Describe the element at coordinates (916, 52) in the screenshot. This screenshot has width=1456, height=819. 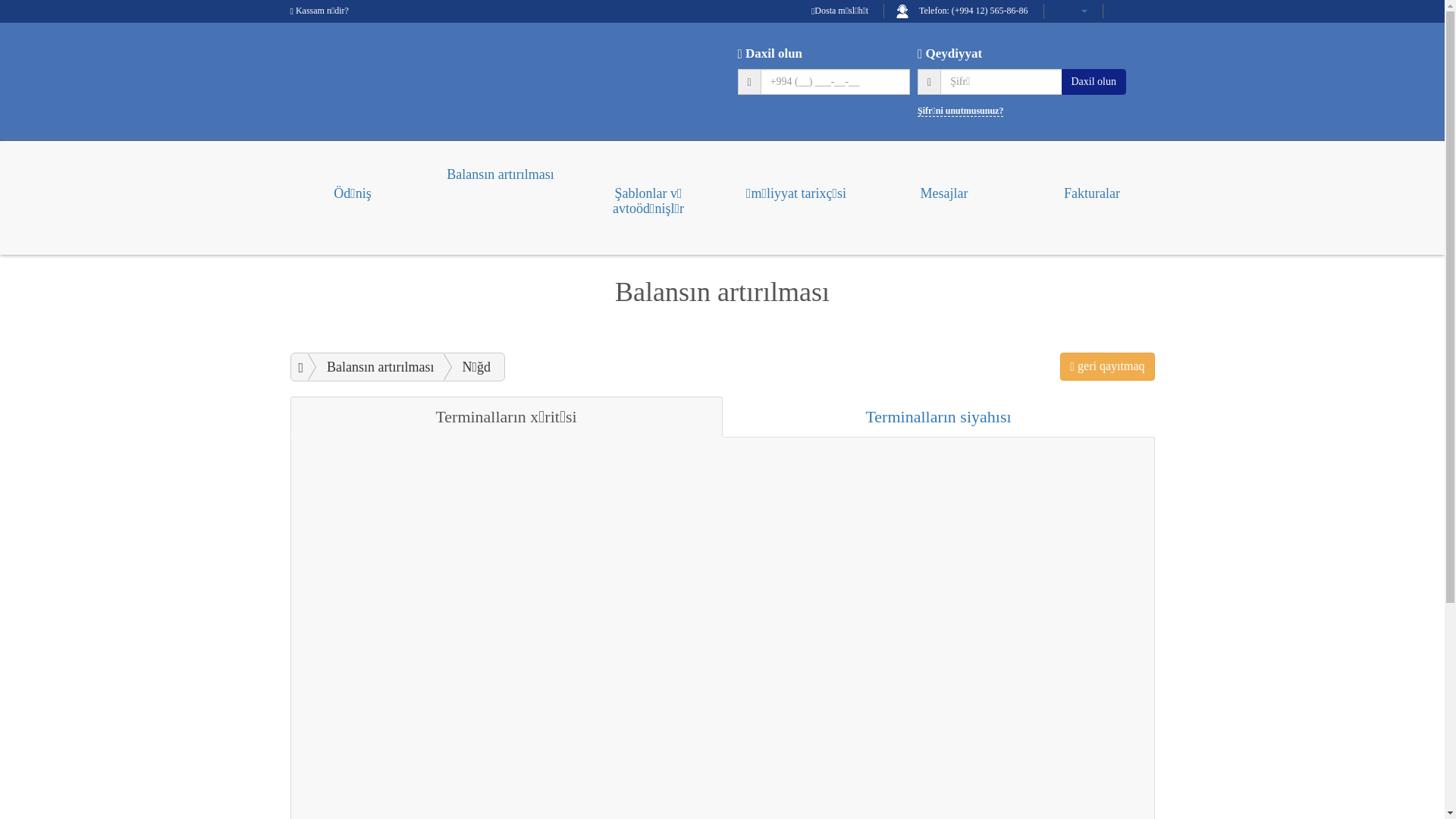
I see `'Qeydiyyat'` at that location.